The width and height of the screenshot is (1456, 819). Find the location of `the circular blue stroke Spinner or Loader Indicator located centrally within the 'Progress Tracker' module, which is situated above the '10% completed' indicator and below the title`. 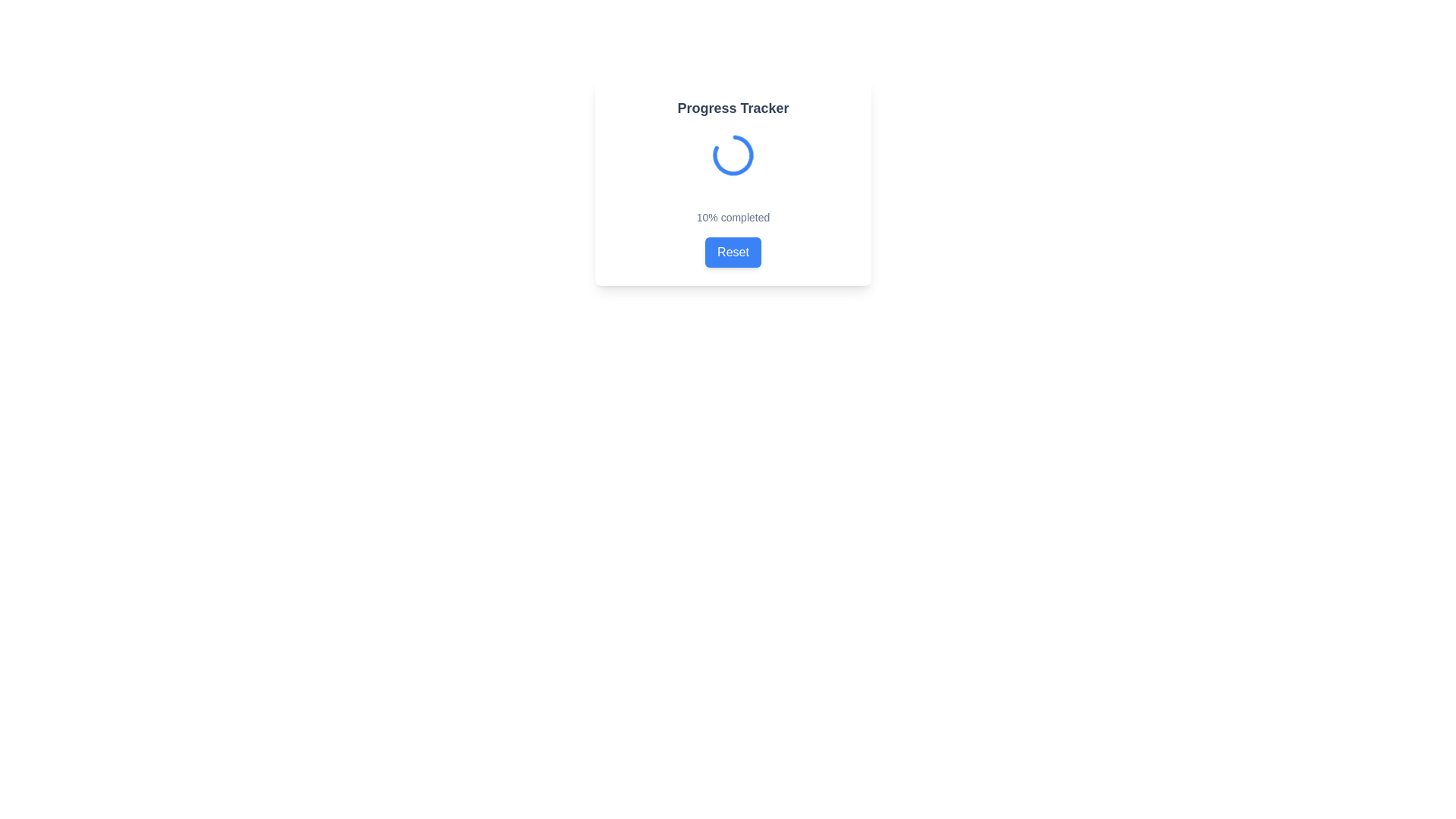

the circular blue stroke Spinner or Loader Indicator located centrally within the 'Progress Tracker' module, which is situated above the '10% completed' indicator and below the title is located at coordinates (733, 155).